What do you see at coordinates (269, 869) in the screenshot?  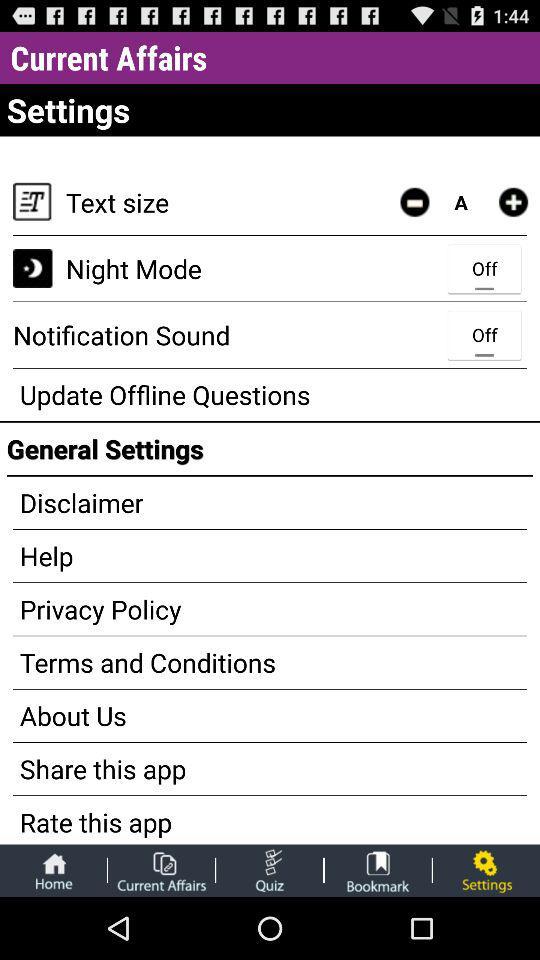 I see `quiz` at bounding box center [269, 869].